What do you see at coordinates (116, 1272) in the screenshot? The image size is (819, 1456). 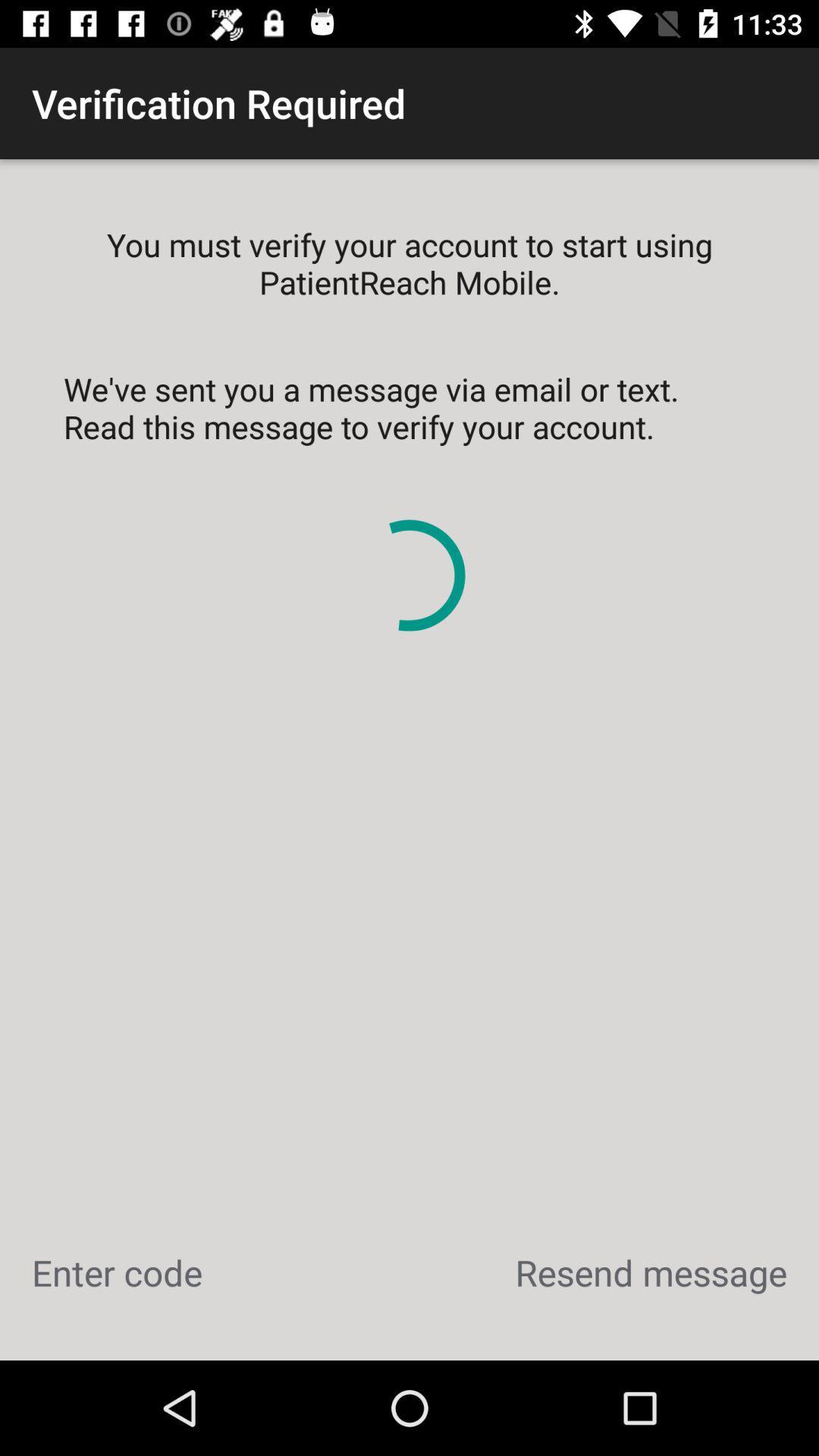 I see `icon at the bottom left corner` at bounding box center [116, 1272].